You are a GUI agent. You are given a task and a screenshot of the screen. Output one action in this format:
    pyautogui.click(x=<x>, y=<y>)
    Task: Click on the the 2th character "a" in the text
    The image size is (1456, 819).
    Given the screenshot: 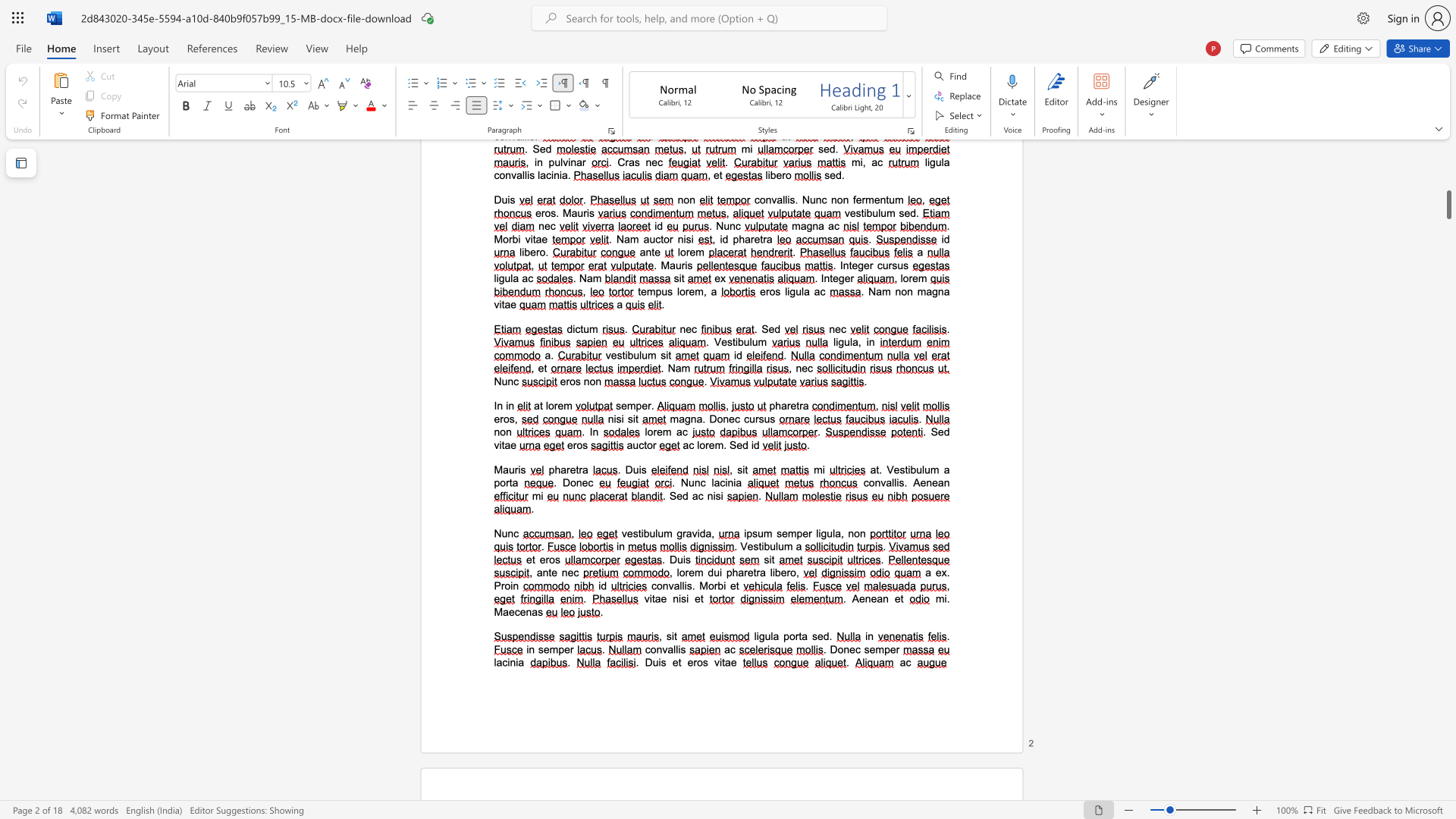 What is the action you would take?
    pyautogui.click(x=946, y=469)
    